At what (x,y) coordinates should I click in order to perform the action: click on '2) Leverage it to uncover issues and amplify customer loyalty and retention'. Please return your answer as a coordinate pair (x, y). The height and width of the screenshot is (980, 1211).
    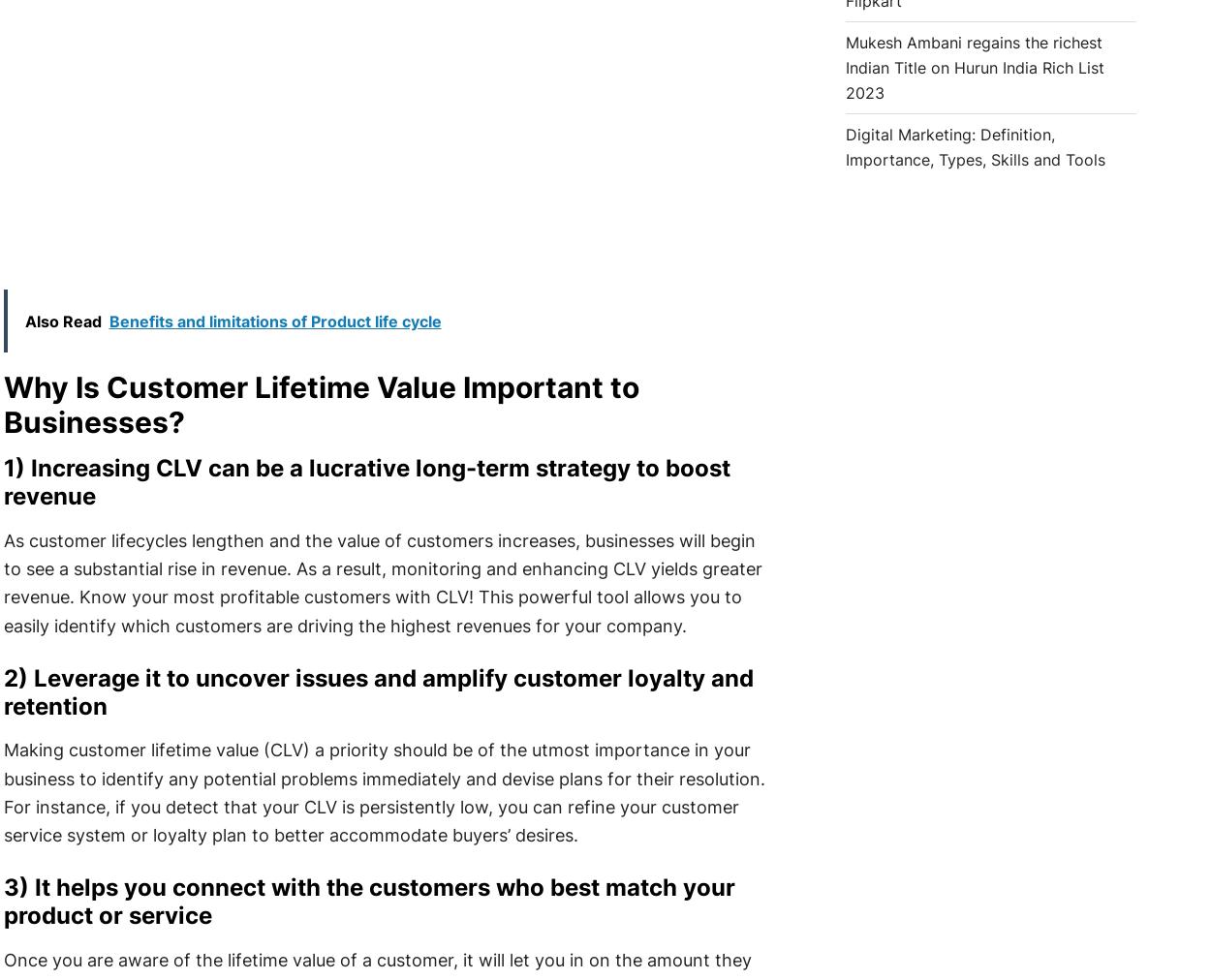
    Looking at the image, I should click on (378, 690).